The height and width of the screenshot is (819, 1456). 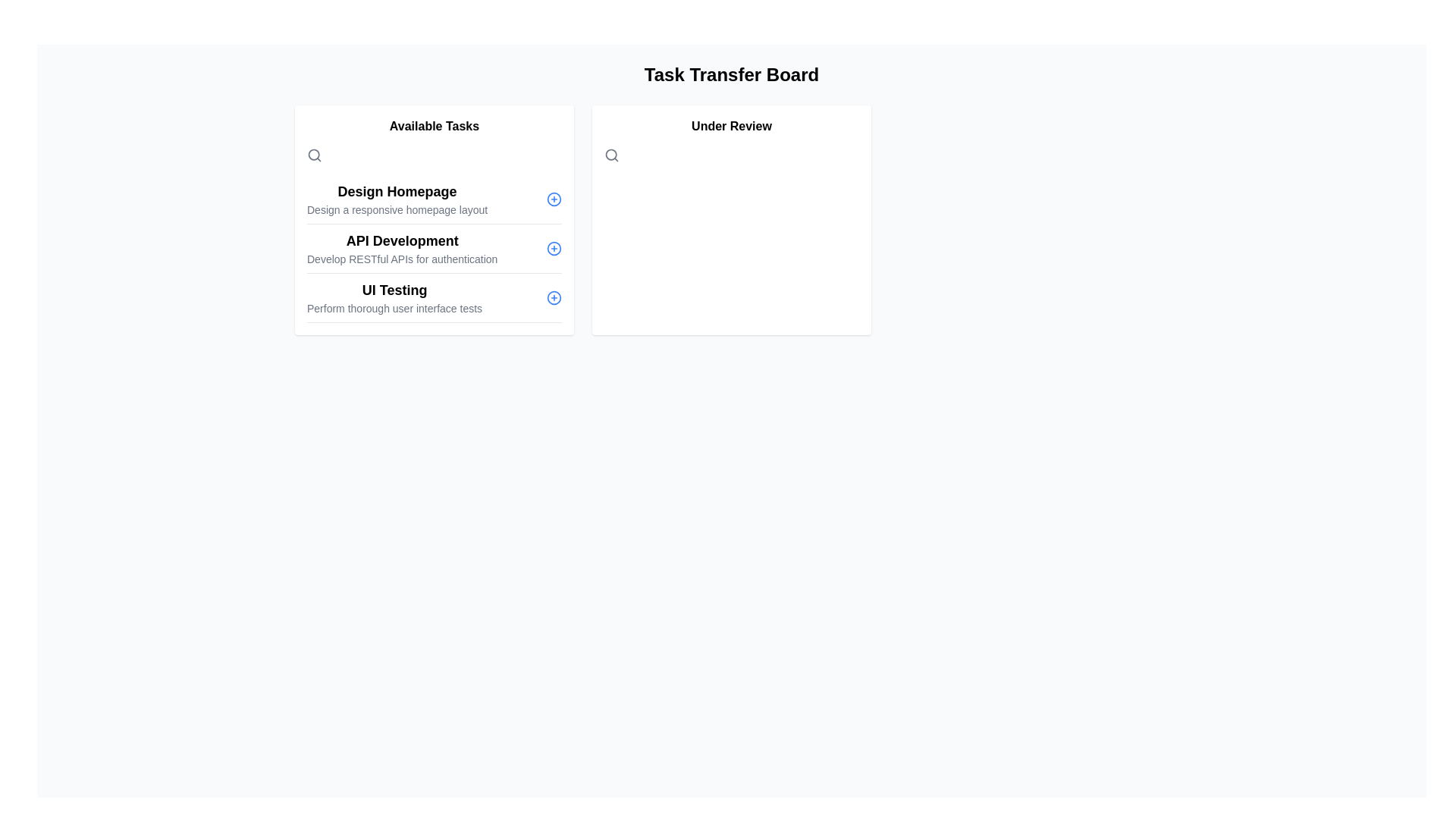 What do you see at coordinates (553, 198) in the screenshot?
I see `the circular '+' icon button located in the 'Available Tasks' column next` at bounding box center [553, 198].